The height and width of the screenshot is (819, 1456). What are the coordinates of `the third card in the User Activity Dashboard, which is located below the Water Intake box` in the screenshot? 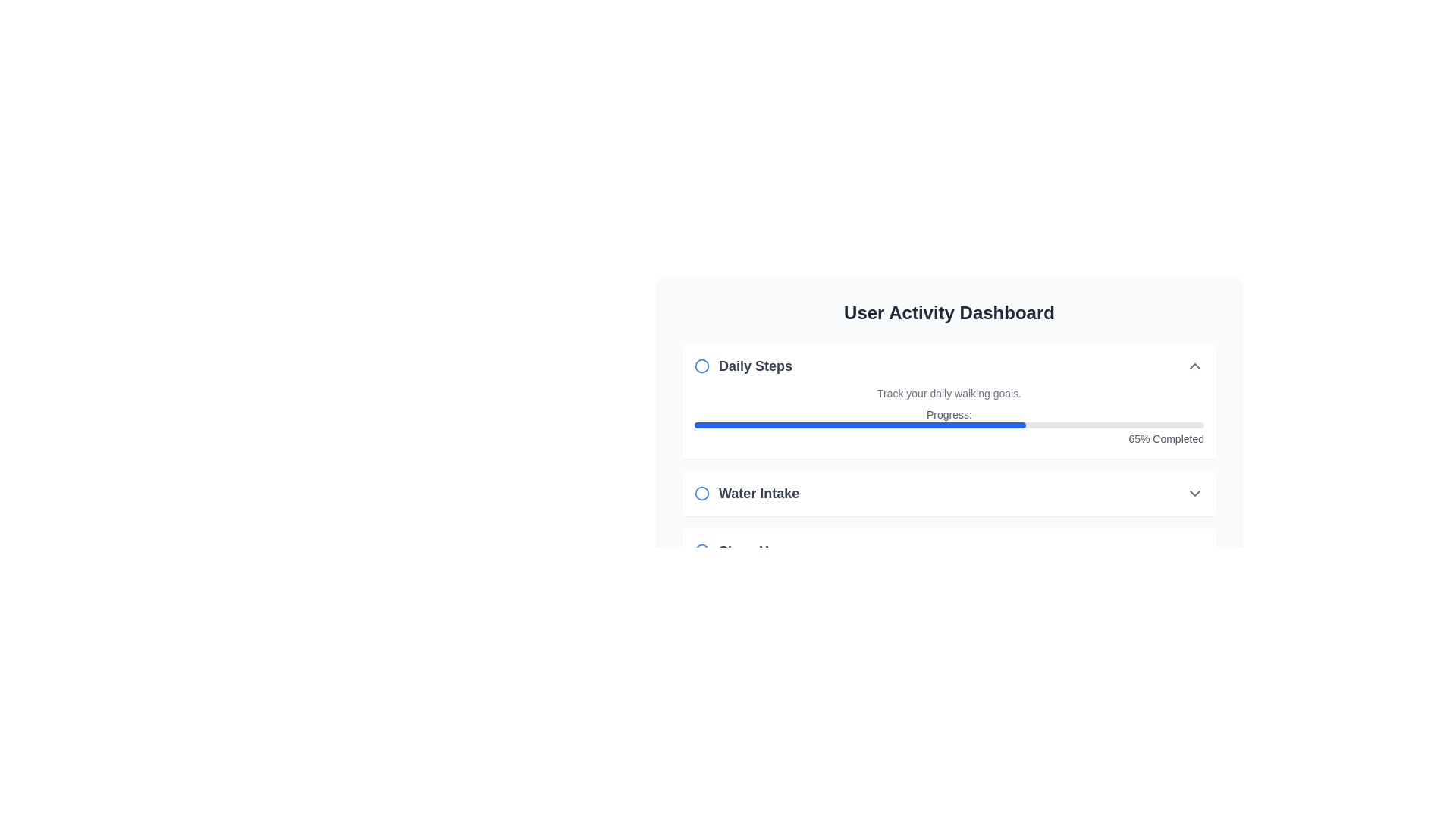 It's located at (949, 551).